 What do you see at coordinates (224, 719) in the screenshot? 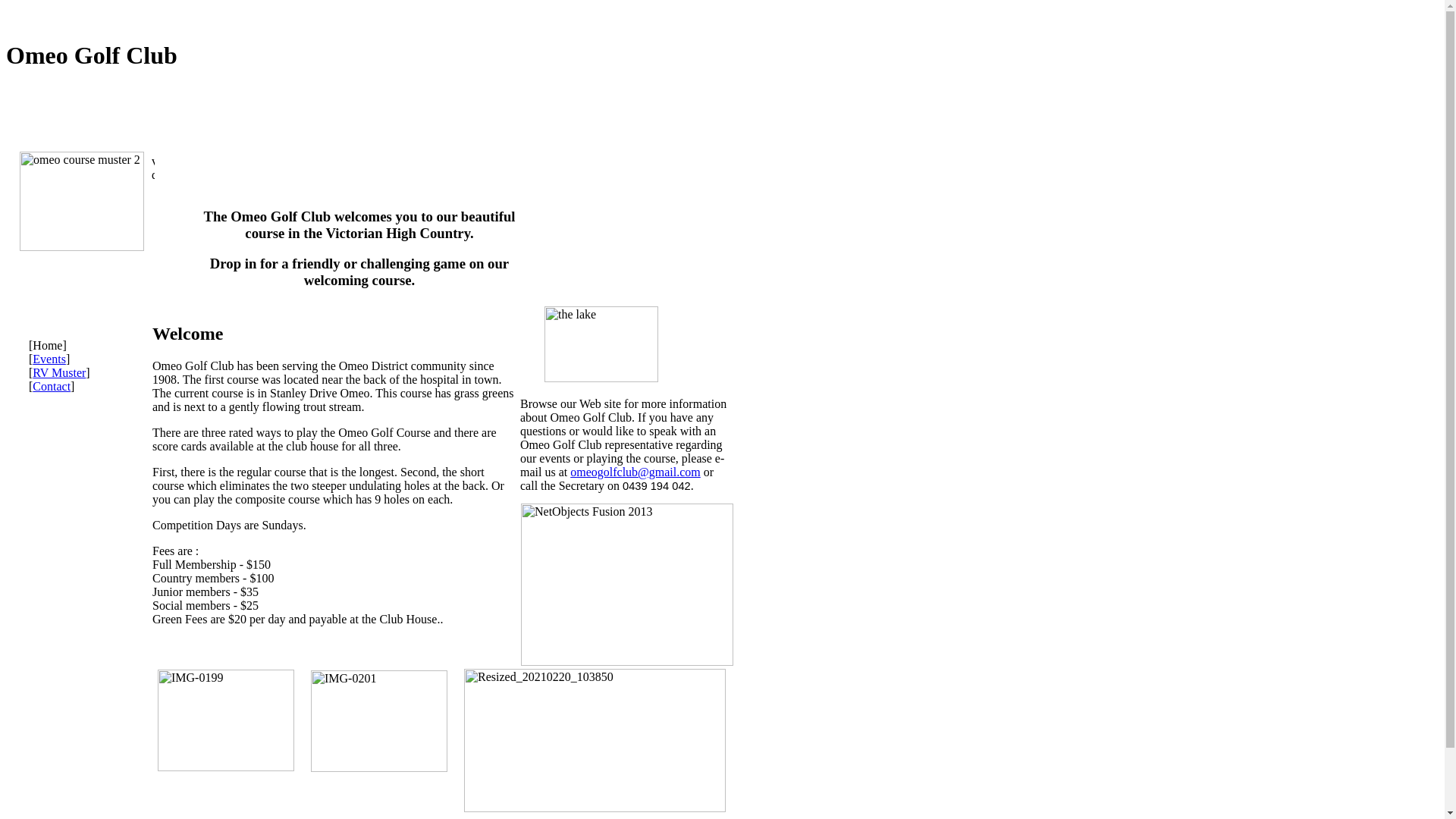
I see `'IMG-0199'` at bounding box center [224, 719].